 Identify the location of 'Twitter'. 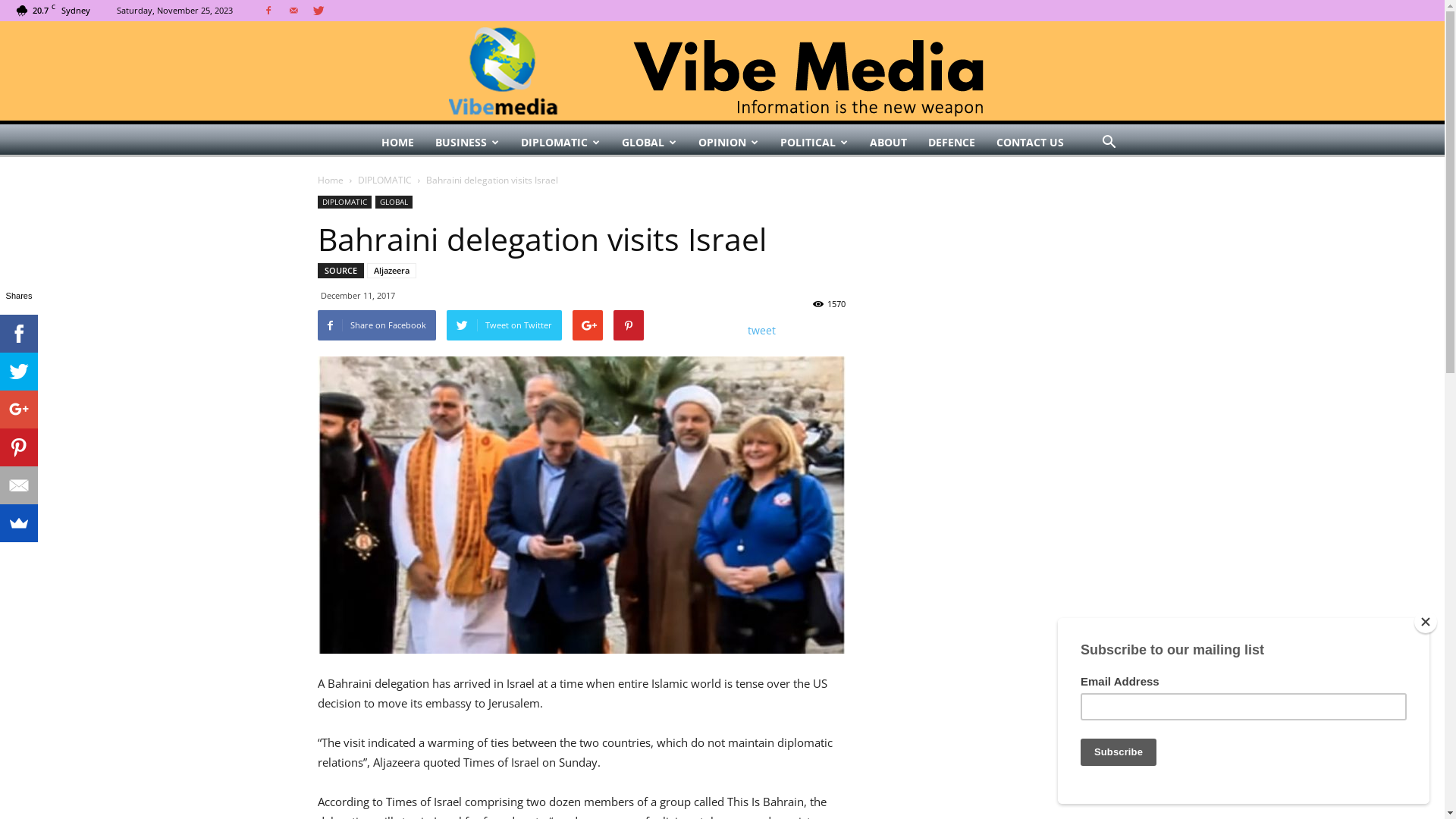
(306, 11).